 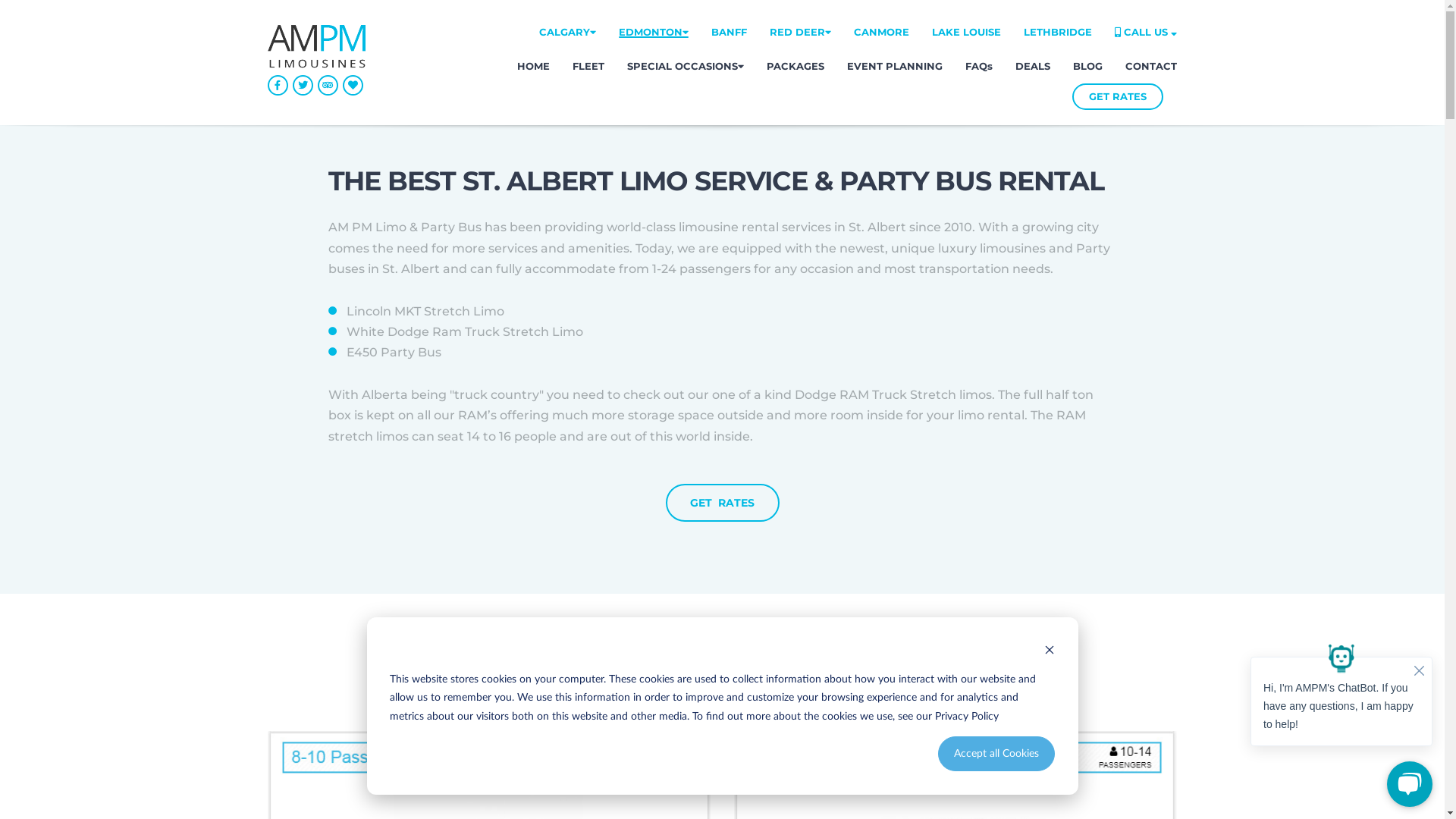 I want to click on 'CANMORE', so click(x=854, y=32).